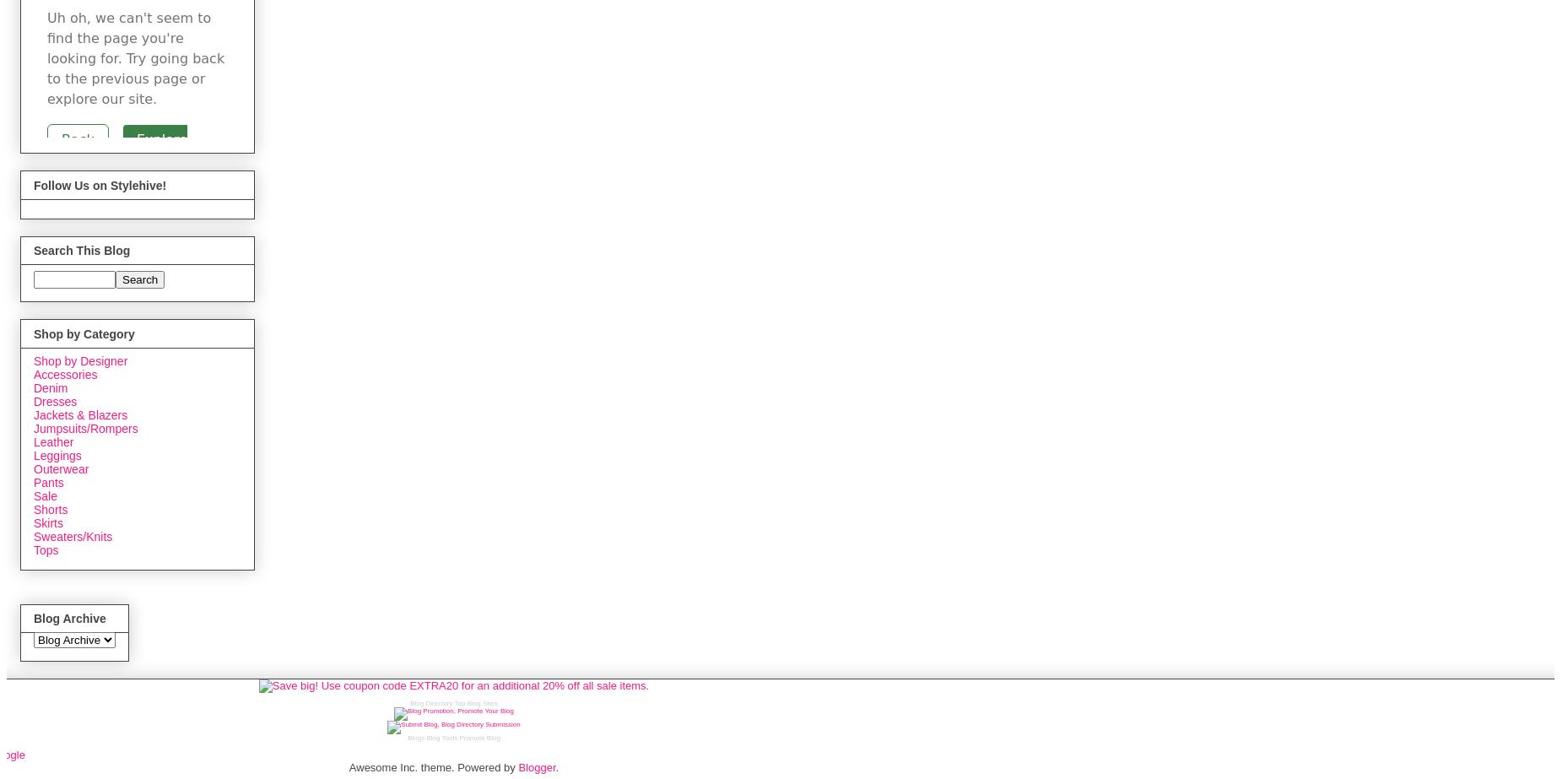  I want to click on 'Pants', so click(47, 480).